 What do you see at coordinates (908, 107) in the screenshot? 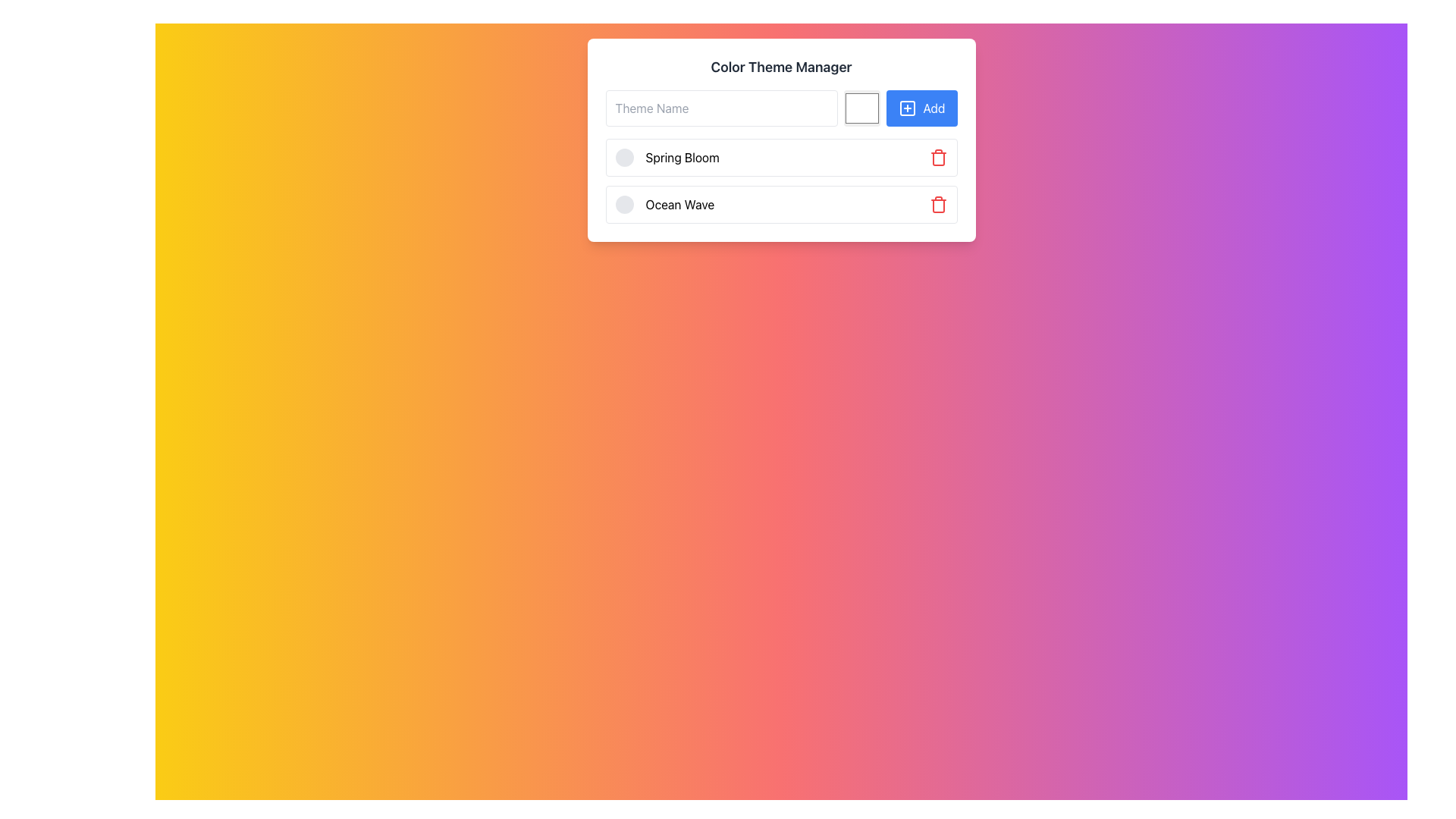
I see `the 'Add' button which contains a blue square icon with a white plus symbol in the center, located on the right side of the main panel` at bounding box center [908, 107].